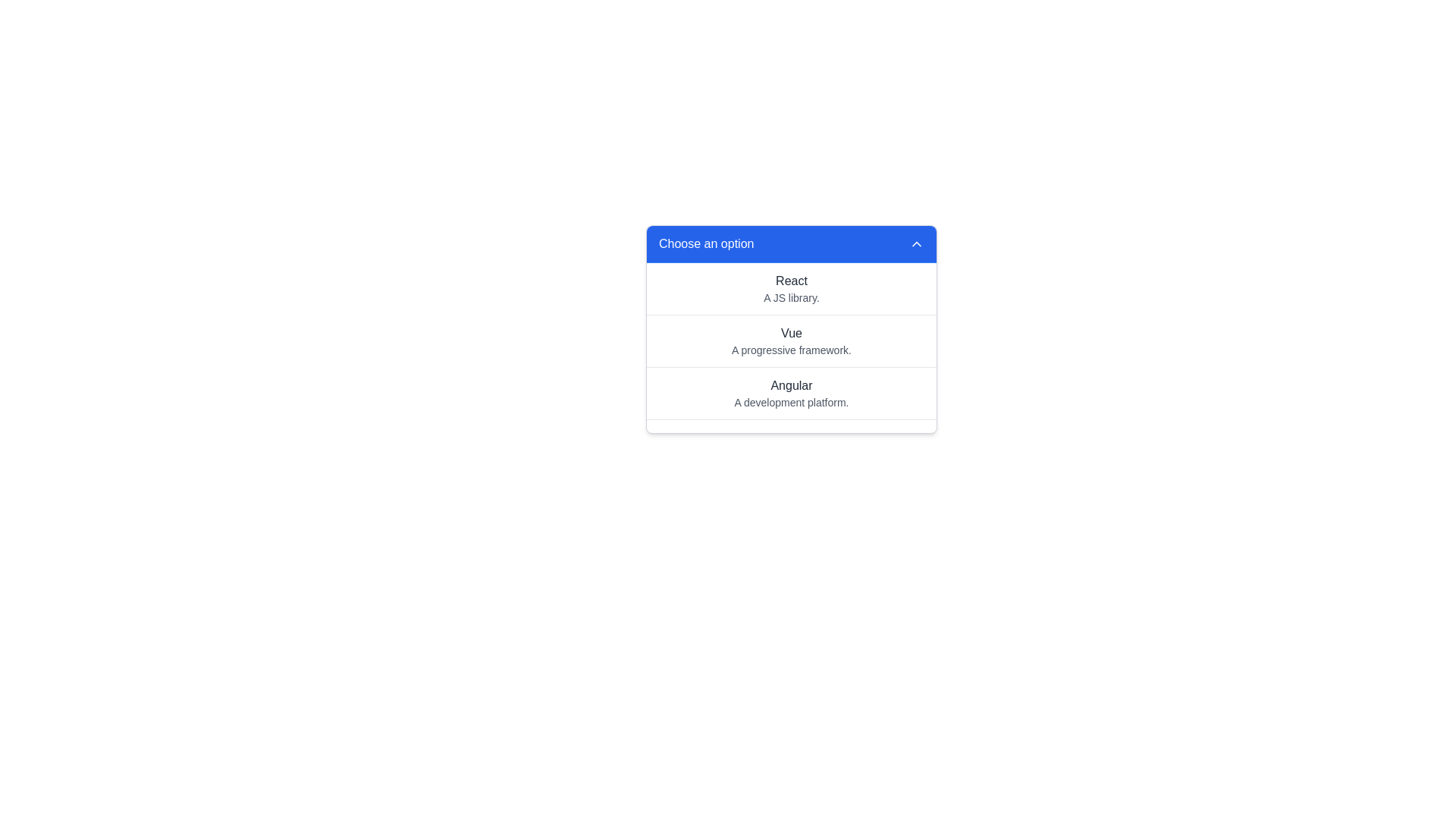 The width and height of the screenshot is (1456, 819). I want to click on to select the second item in the vertically organized list, which provides information about the Vue framework, located below 'React A JS library.' and above 'Angular A development platform.', so click(790, 339).